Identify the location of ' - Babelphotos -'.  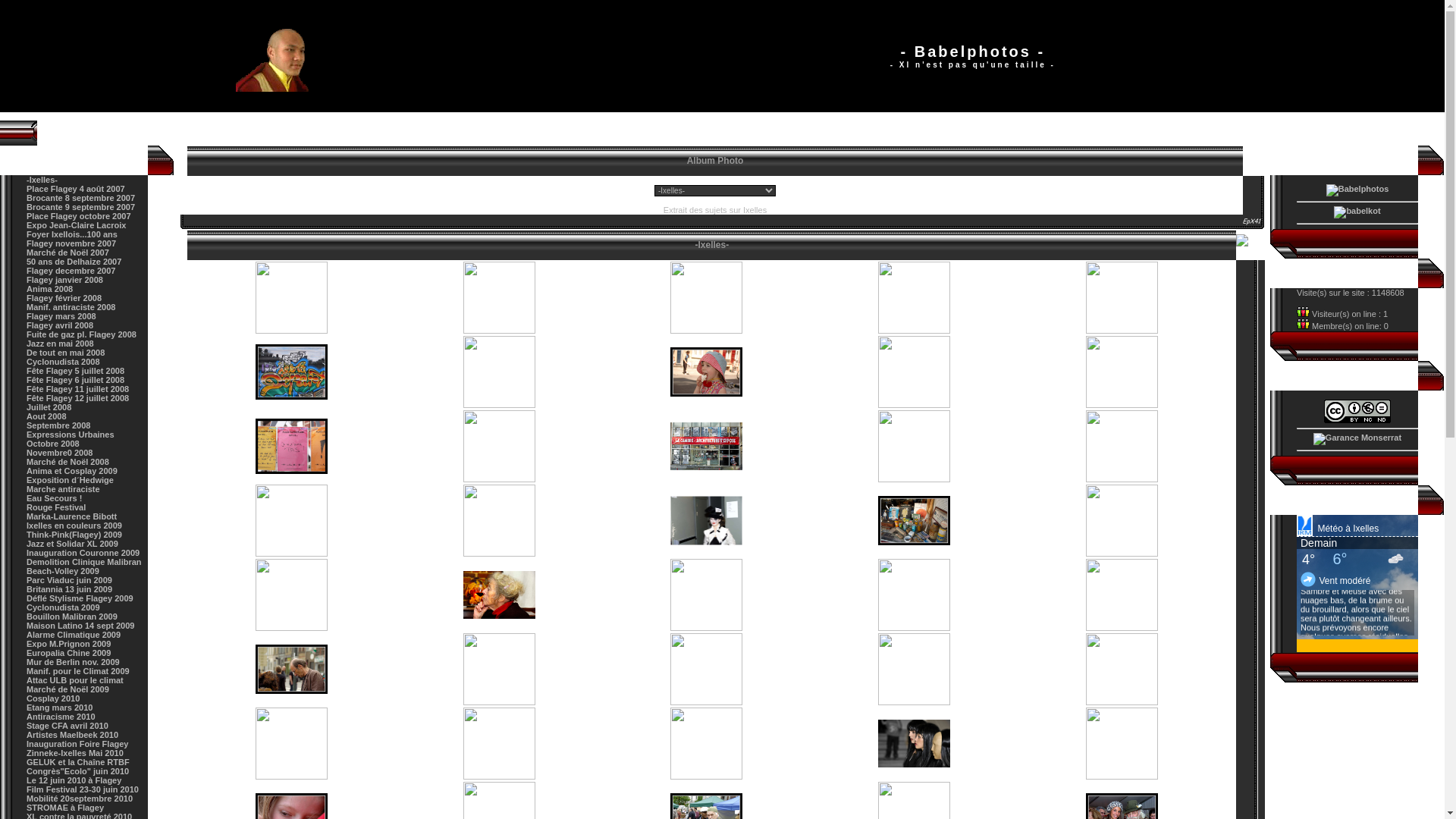
(283, 55).